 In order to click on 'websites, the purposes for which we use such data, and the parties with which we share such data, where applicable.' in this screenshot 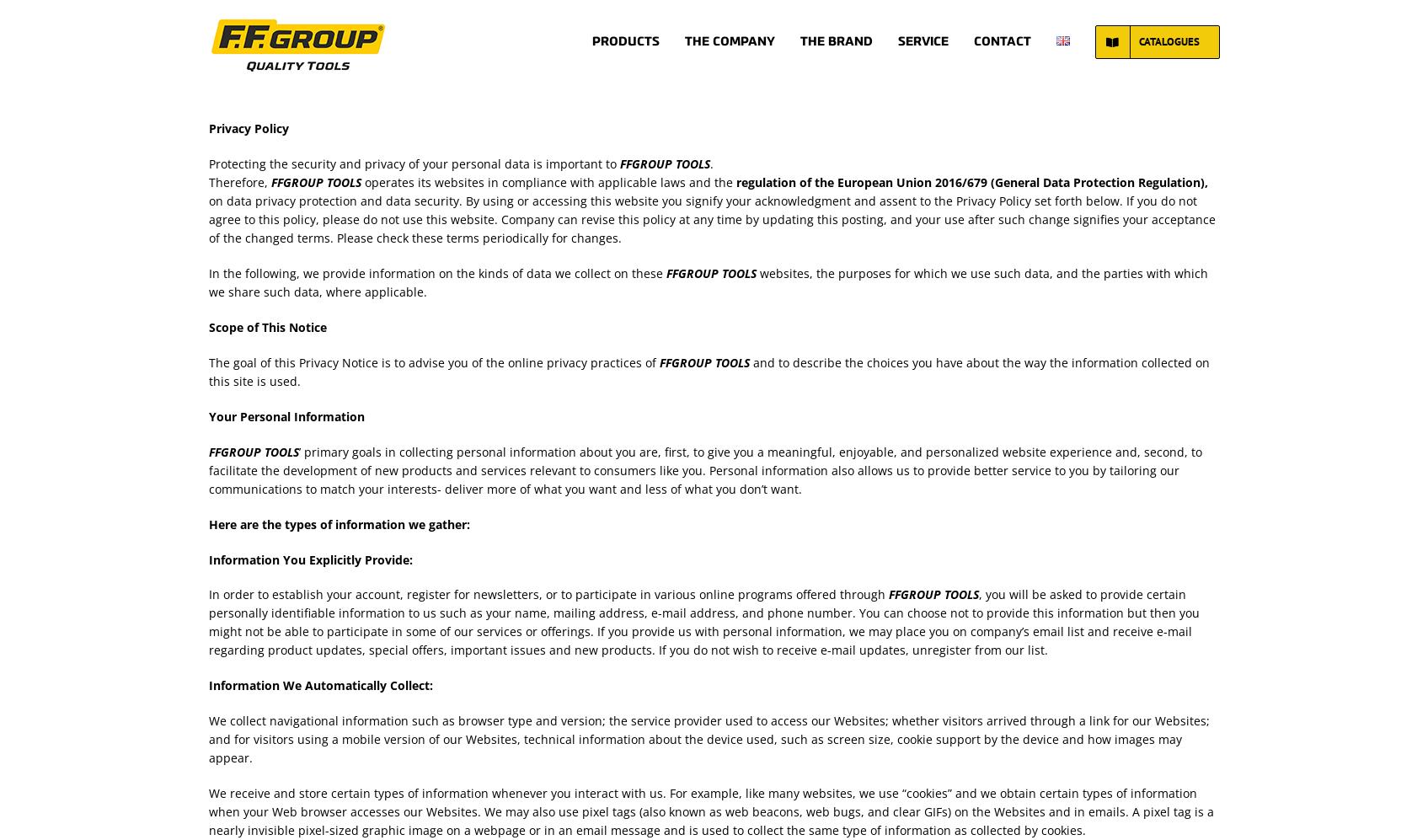, I will do `click(708, 281)`.